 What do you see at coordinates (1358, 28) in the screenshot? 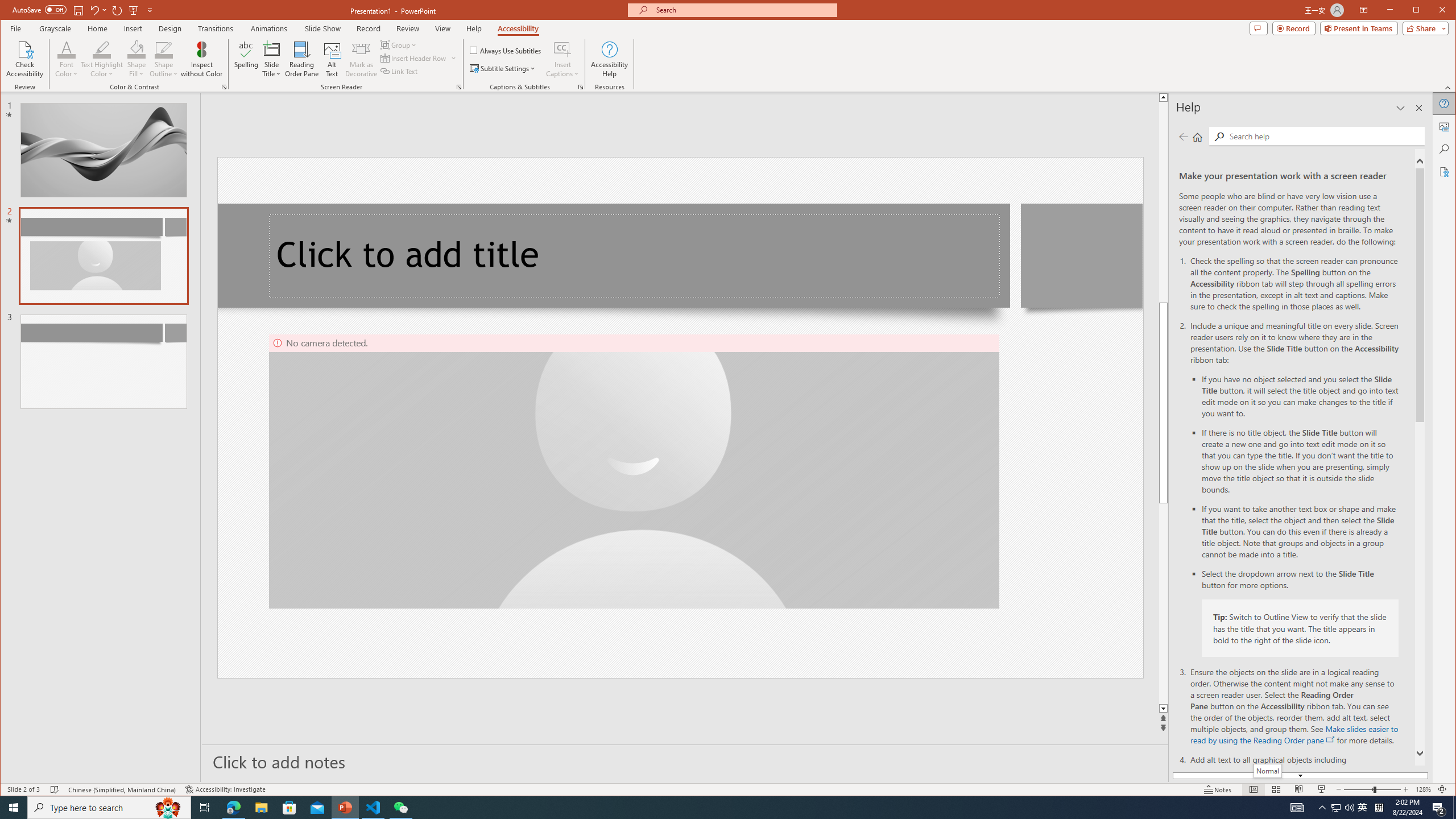
I see `'Present in Teams'` at bounding box center [1358, 28].